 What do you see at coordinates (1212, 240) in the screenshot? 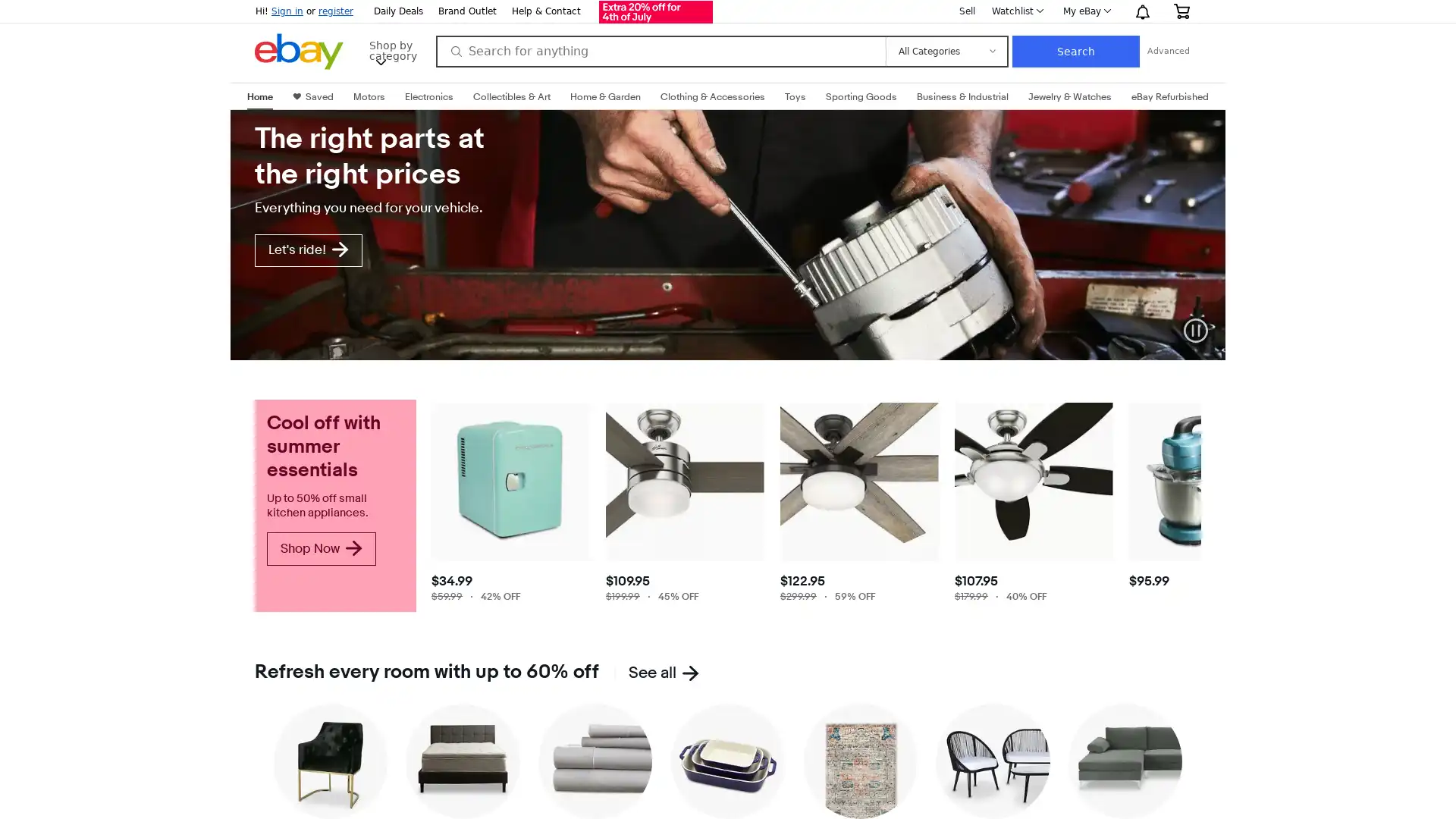
I see `Go to next banner` at bounding box center [1212, 240].